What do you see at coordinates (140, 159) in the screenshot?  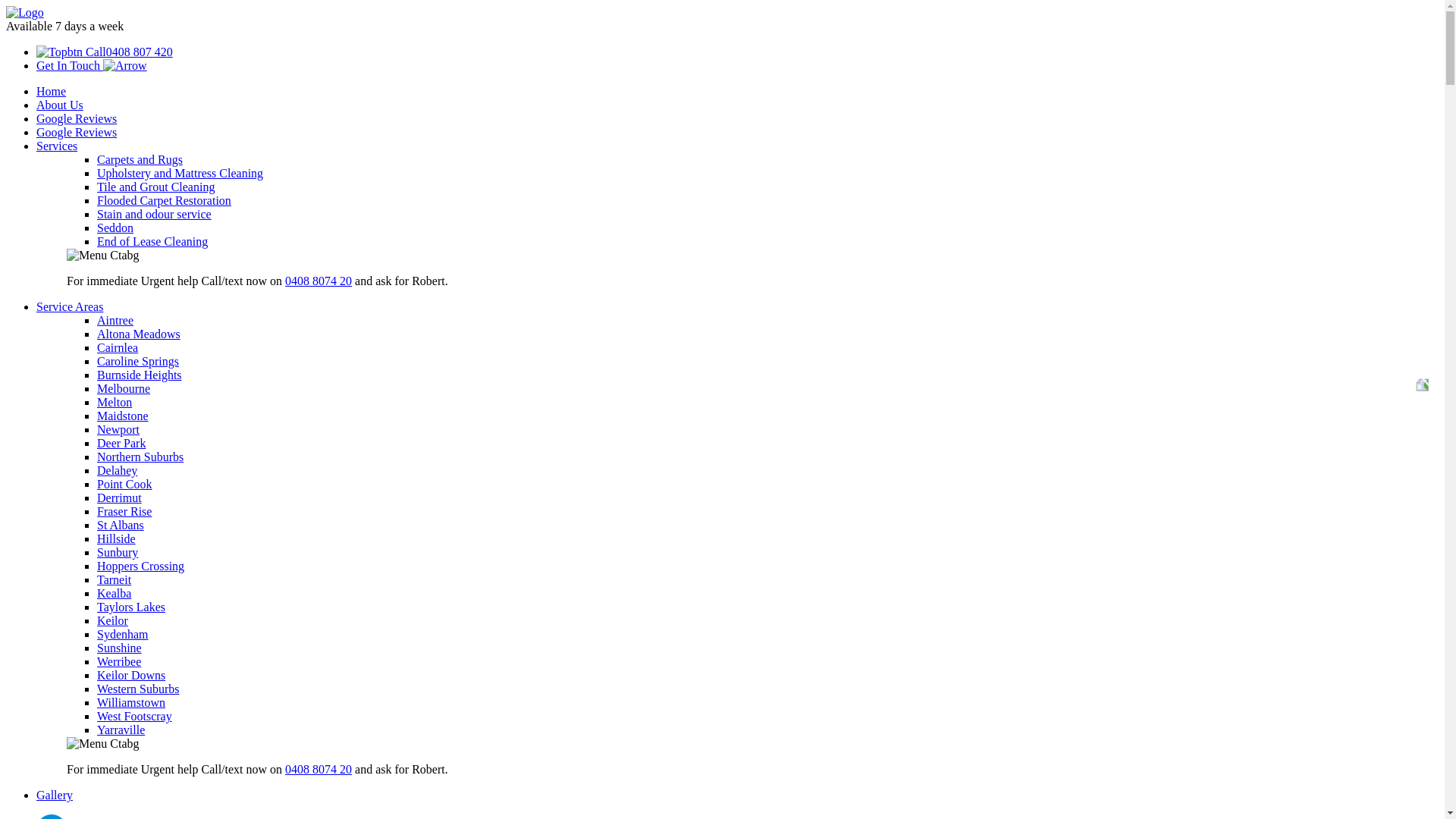 I see `'Carpets and Rugs'` at bounding box center [140, 159].